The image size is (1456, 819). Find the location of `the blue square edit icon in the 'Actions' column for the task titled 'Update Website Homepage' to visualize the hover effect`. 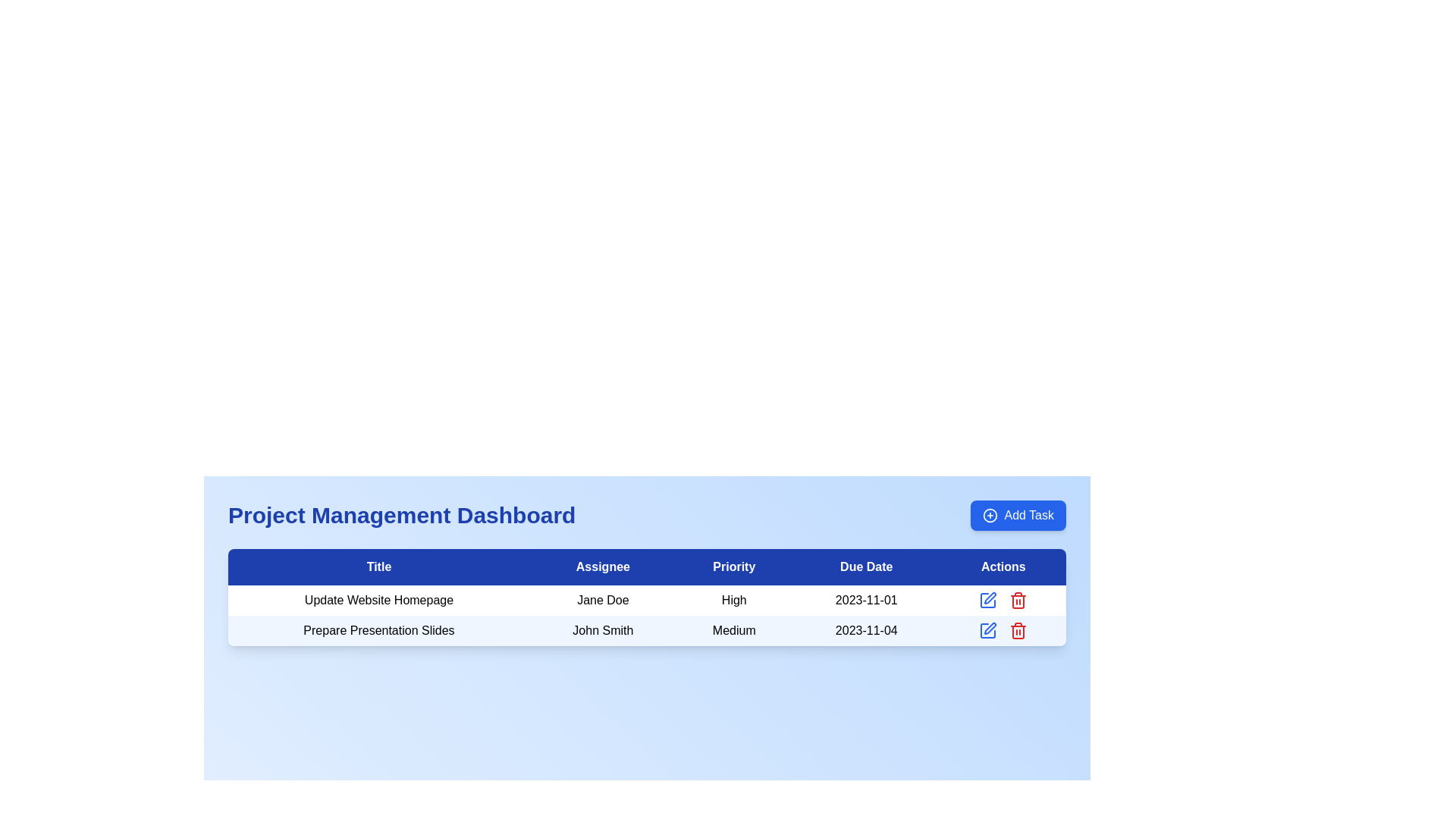

the blue square edit icon in the 'Actions' column for the task titled 'Update Website Homepage' to visualize the hover effect is located at coordinates (988, 599).